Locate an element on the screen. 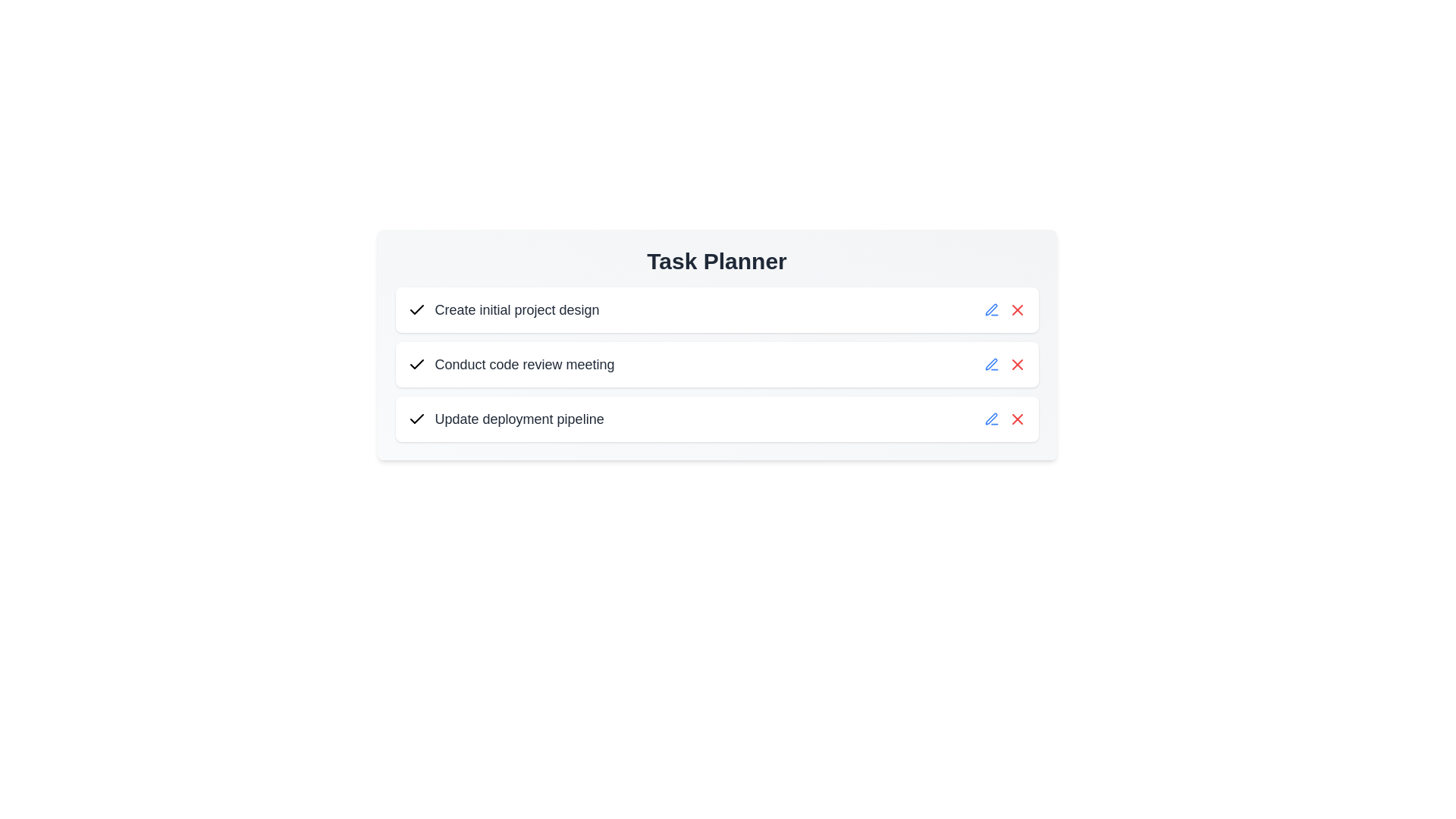 This screenshot has height=819, width=1456. the checkmark SVG element in the first row of the task list is located at coordinates (416, 309).